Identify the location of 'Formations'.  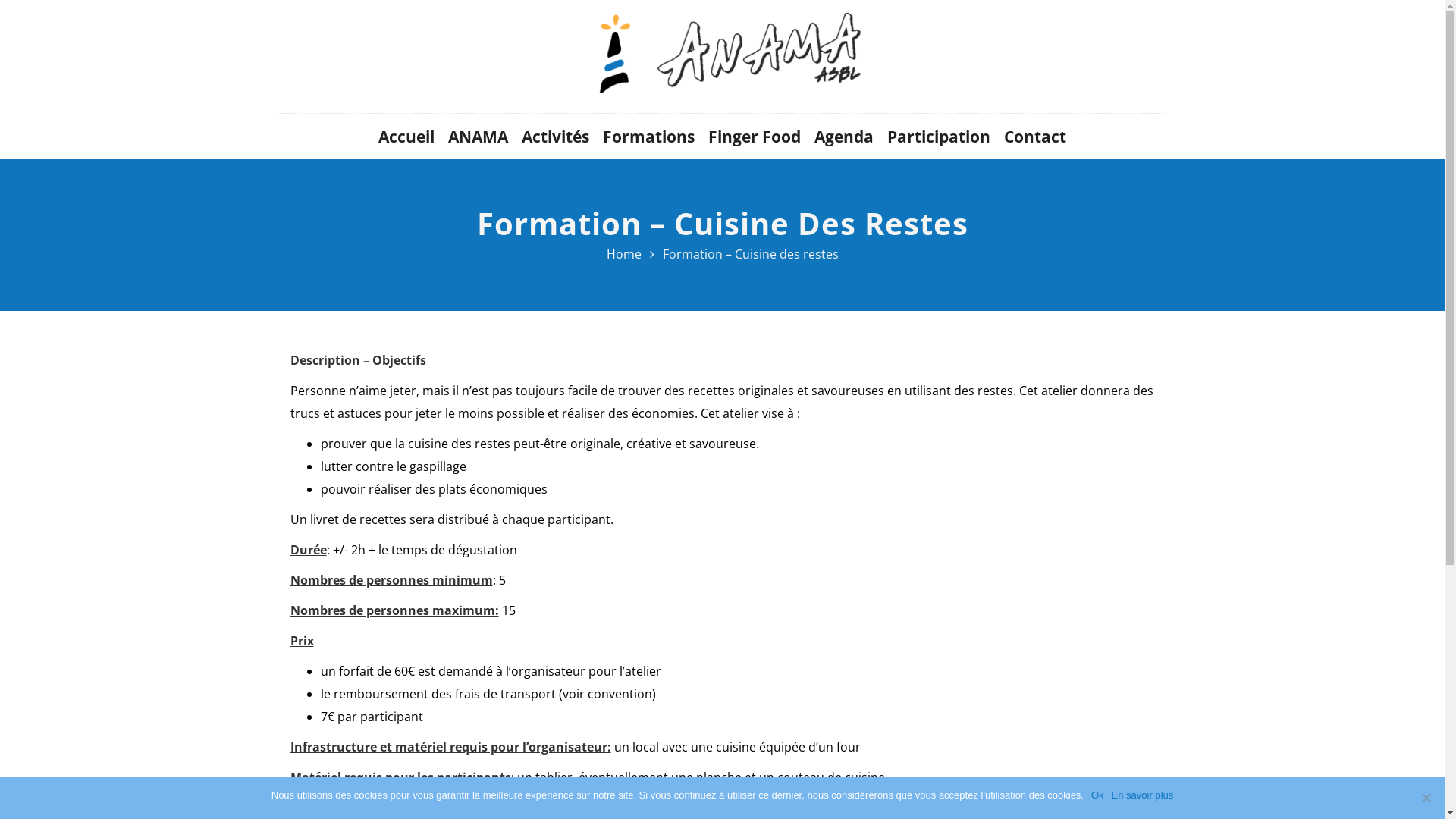
(648, 136).